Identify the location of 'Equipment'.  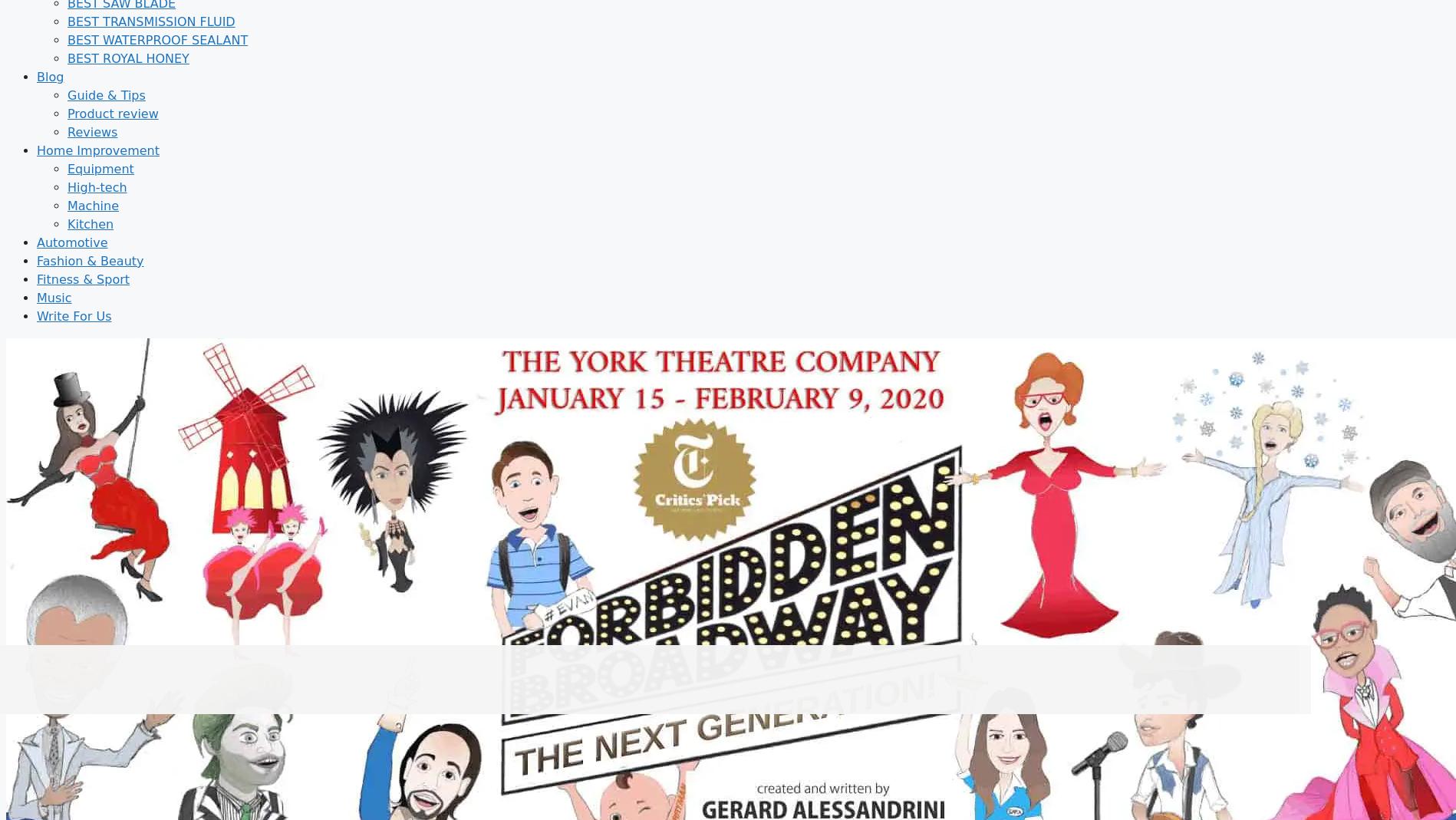
(100, 167).